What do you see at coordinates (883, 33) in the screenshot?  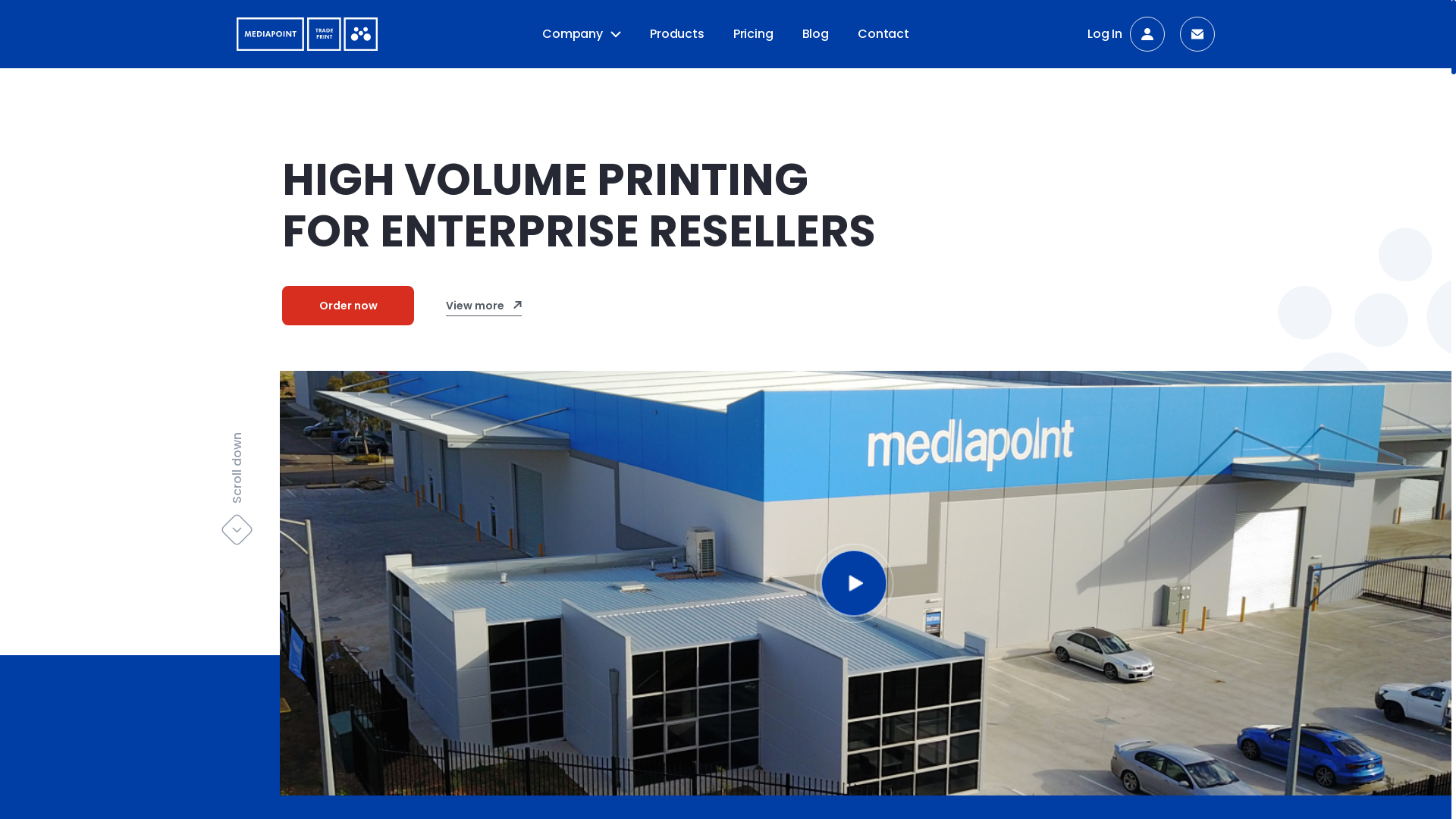 I see `'Contact'` at bounding box center [883, 33].